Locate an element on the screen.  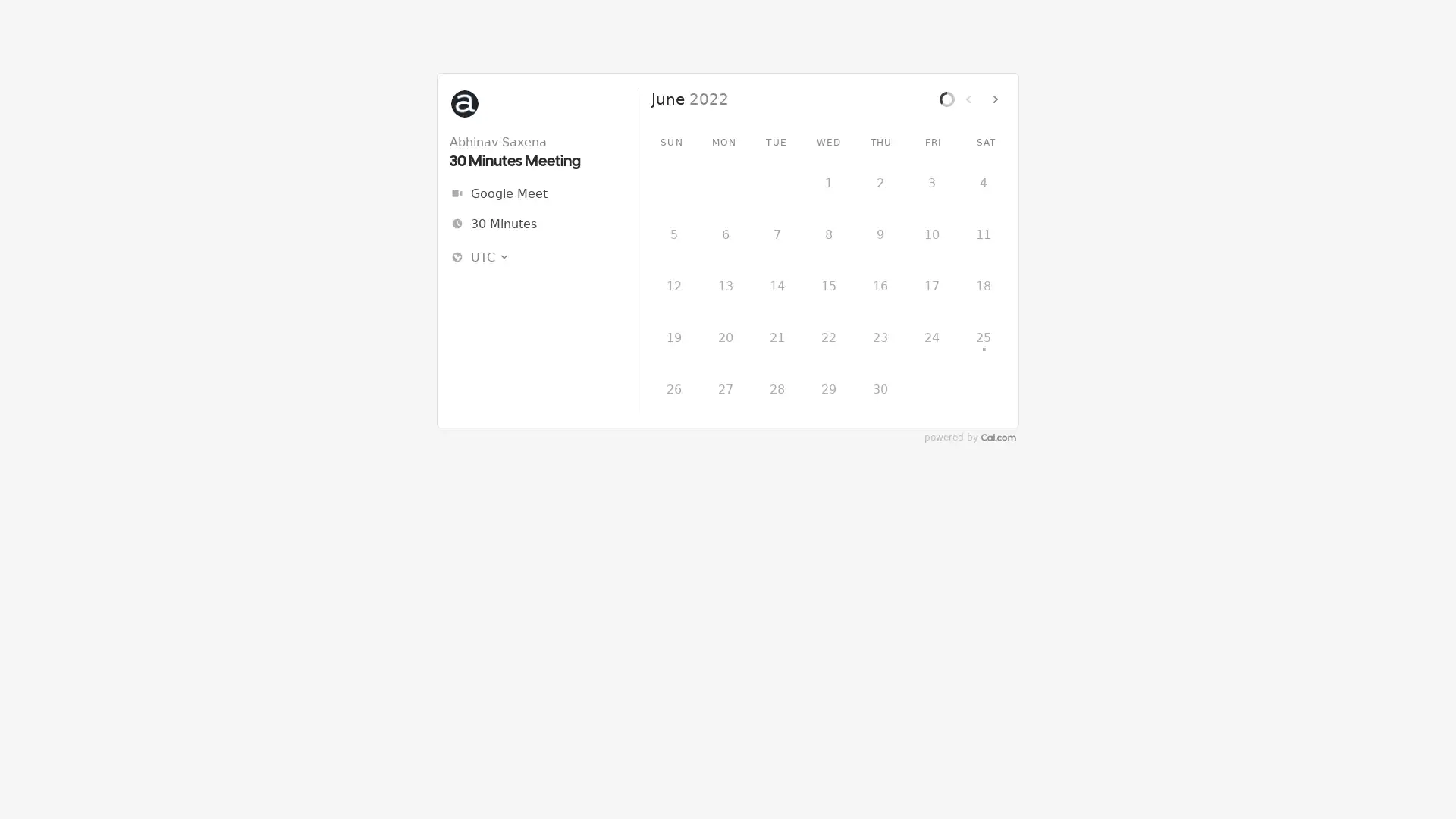
15 is located at coordinates (828, 286).